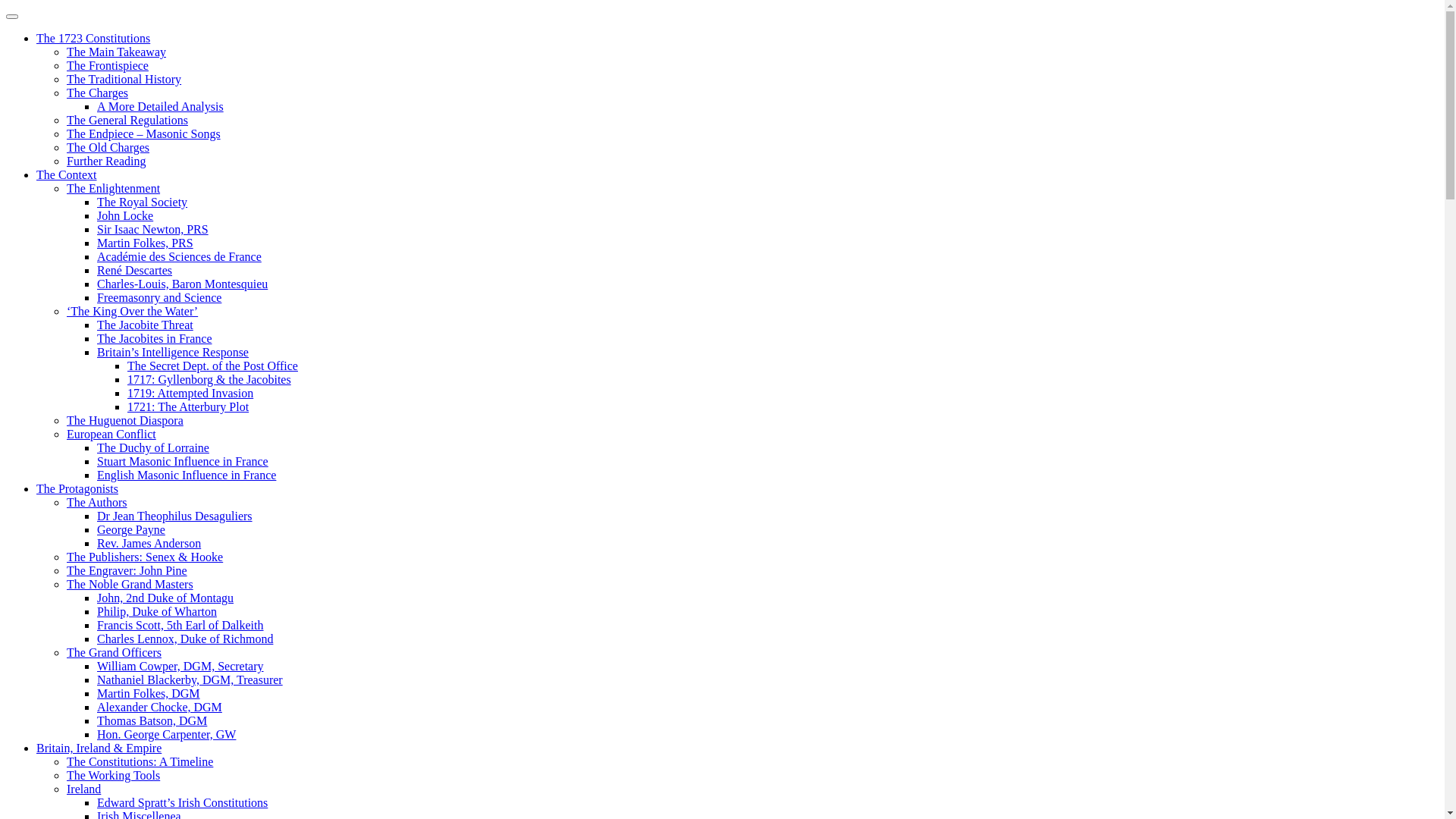 Image resolution: width=1456 pixels, height=819 pixels. I want to click on 'The Royal Society', so click(142, 201).